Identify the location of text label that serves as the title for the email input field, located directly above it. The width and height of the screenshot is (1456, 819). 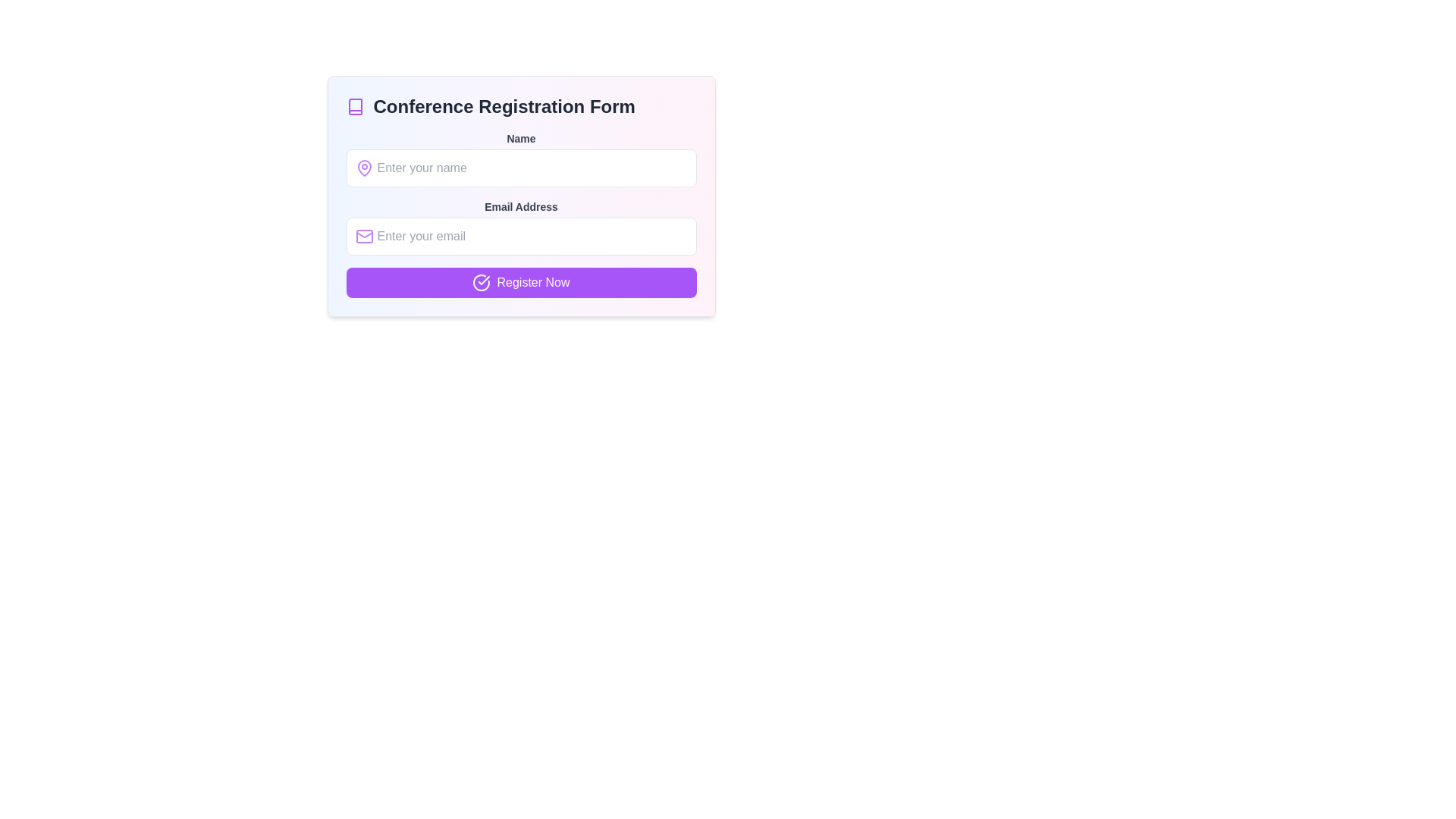
(521, 207).